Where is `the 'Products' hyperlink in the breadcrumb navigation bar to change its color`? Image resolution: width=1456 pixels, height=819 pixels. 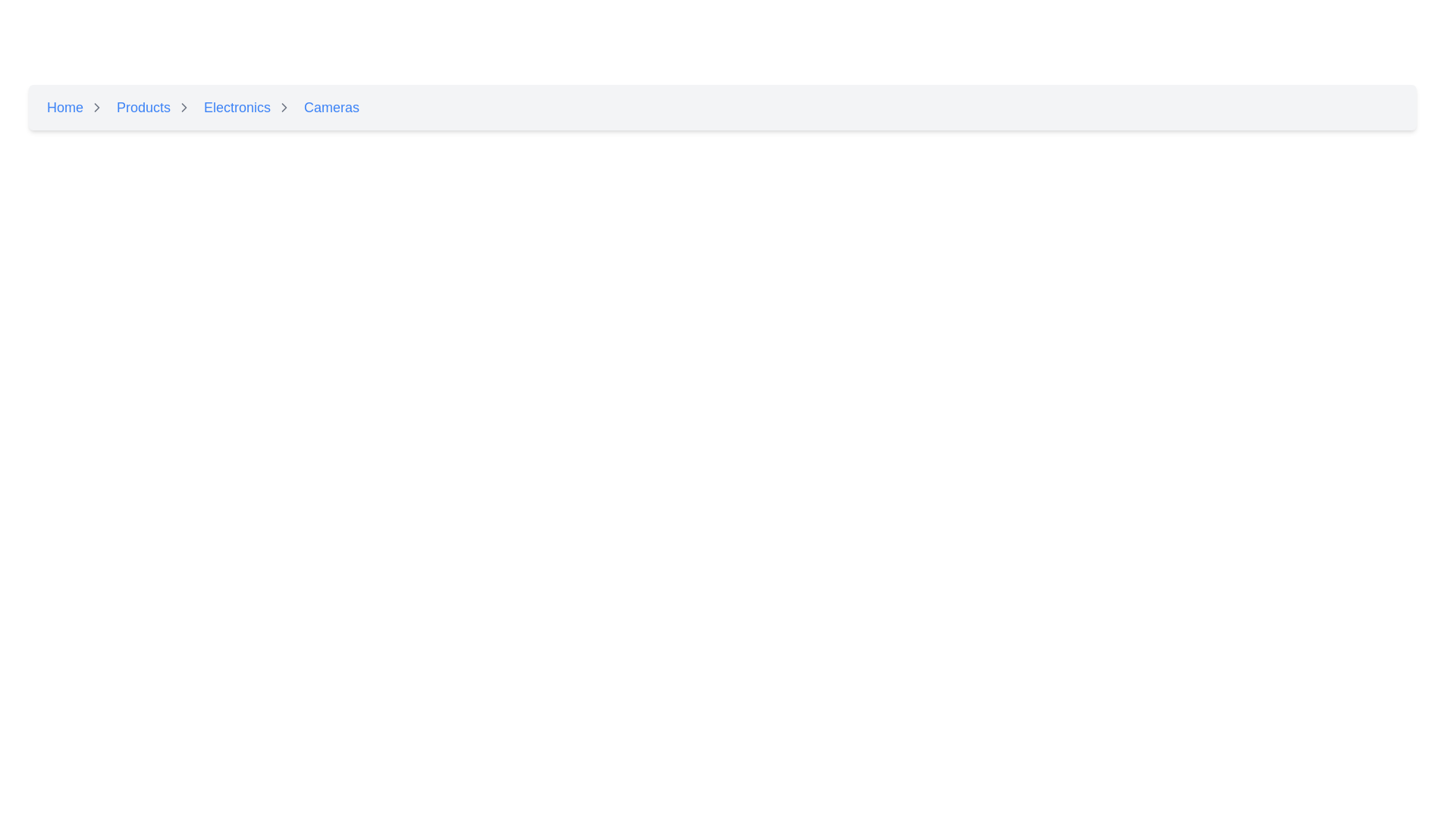 the 'Products' hyperlink in the breadcrumb navigation bar to change its color is located at coordinates (143, 107).